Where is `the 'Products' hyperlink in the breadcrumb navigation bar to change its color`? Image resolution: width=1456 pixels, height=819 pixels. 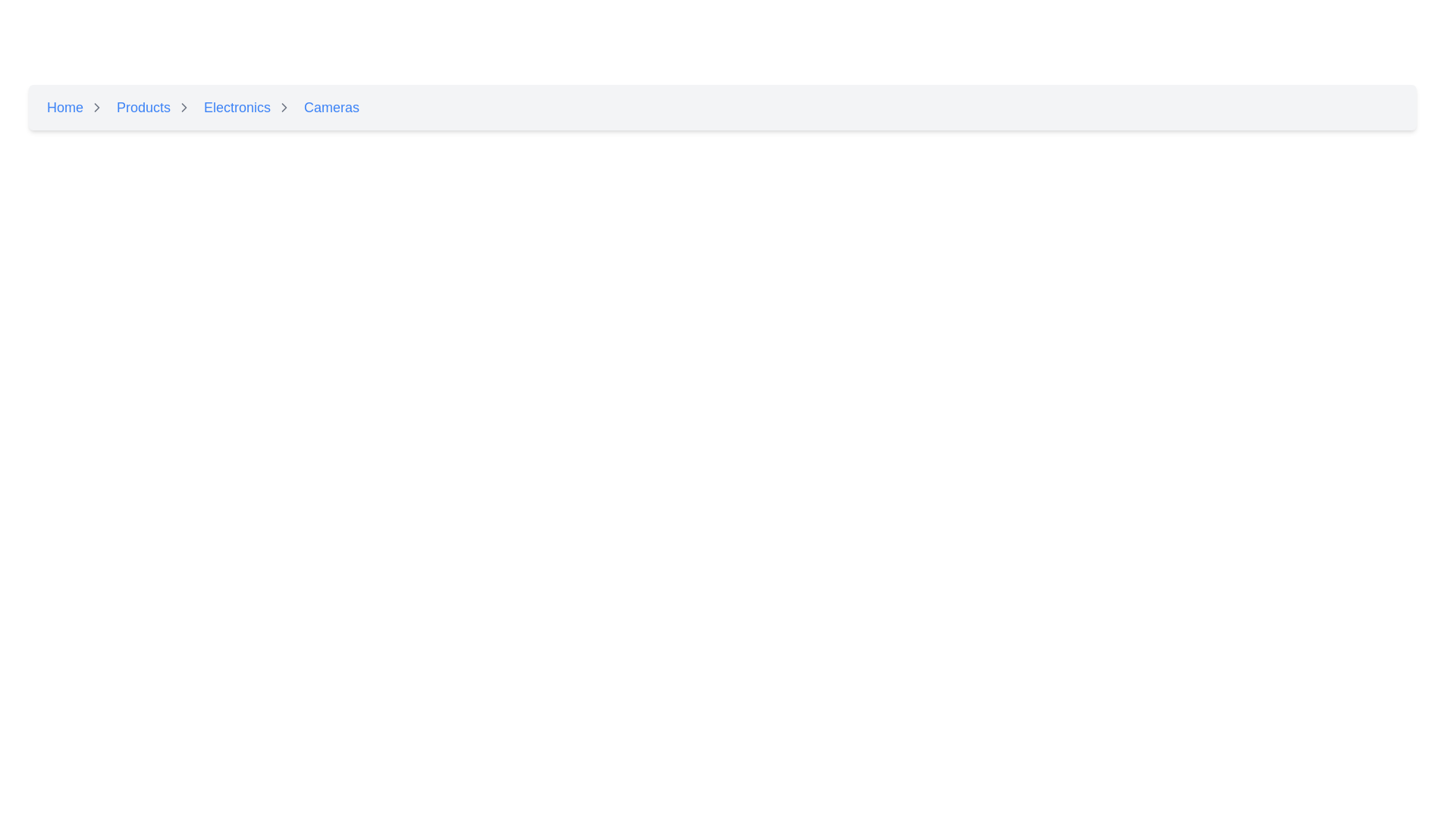 the 'Products' hyperlink in the breadcrumb navigation bar to change its color is located at coordinates (143, 107).